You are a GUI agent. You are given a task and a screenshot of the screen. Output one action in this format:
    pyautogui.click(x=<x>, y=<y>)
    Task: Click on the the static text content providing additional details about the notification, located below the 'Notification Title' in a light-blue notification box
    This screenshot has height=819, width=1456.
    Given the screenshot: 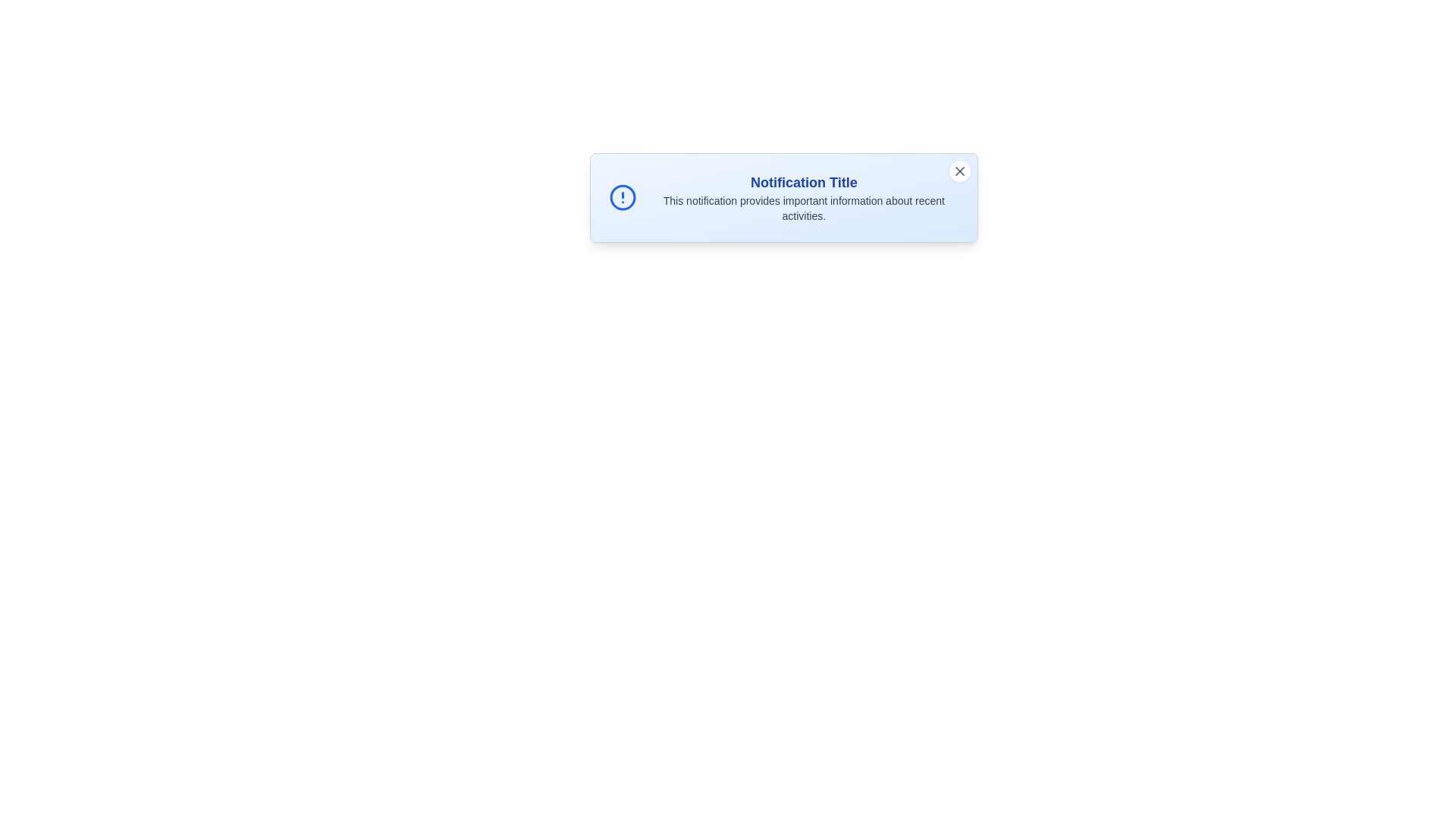 What is the action you would take?
    pyautogui.click(x=803, y=208)
    